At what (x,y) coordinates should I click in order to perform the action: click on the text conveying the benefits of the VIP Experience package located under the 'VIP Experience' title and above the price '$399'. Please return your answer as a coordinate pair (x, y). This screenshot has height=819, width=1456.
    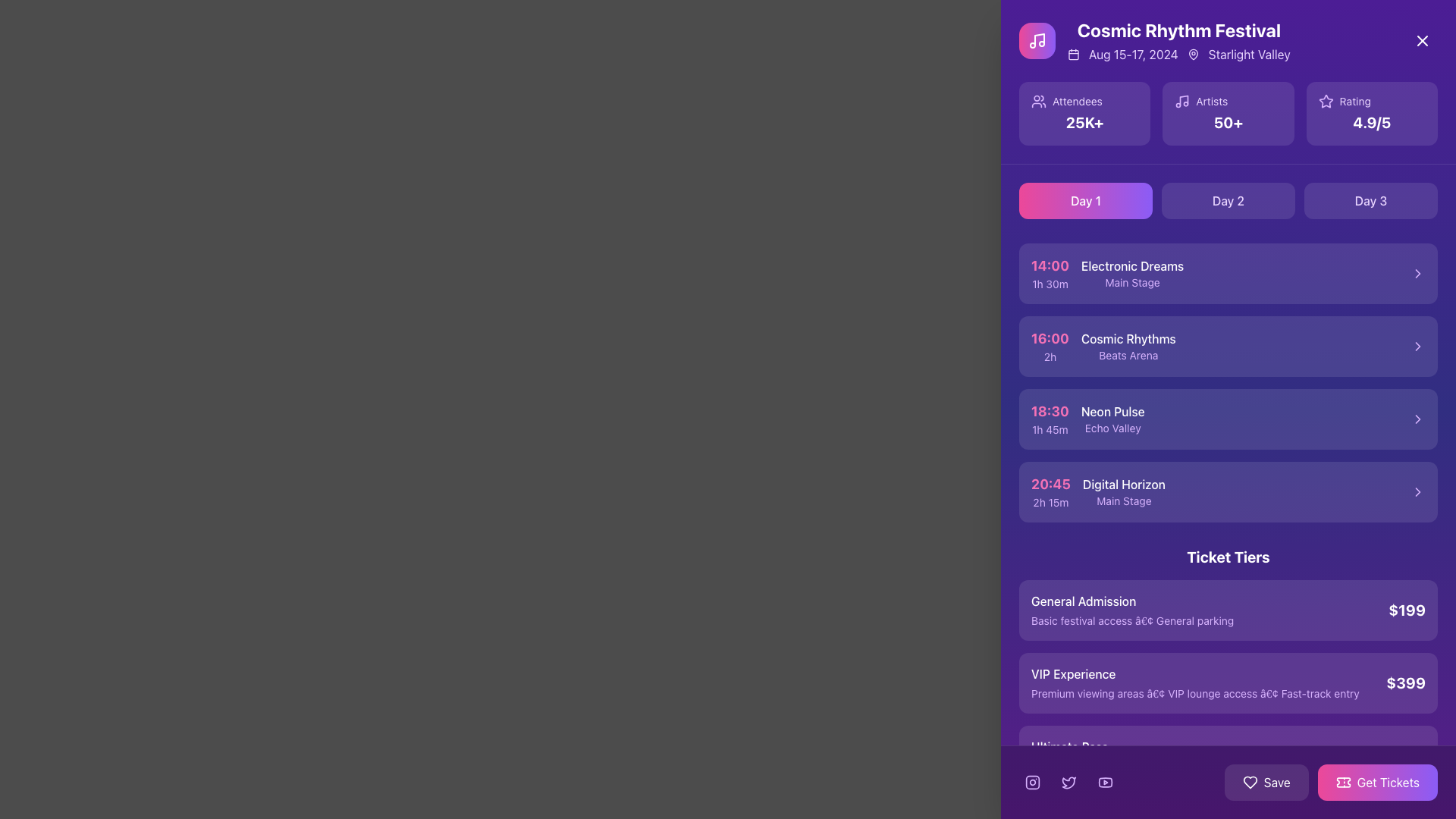
    Looking at the image, I should click on (1194, 693).